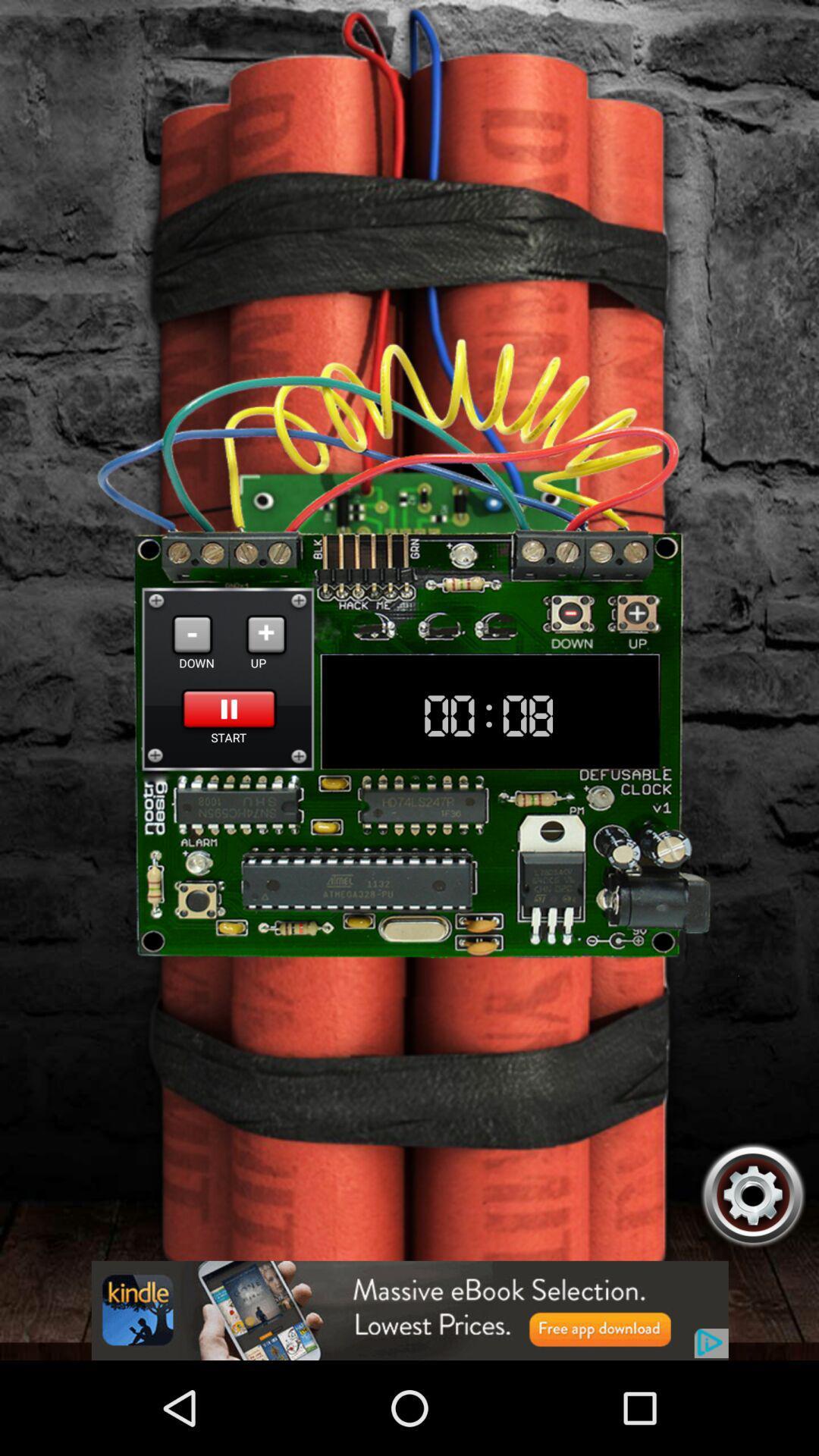 The height and width of the screenshot is (1456, 819). Describe the element at coordinates (229, 762) in the screenshot. I see `the pause icon` at that location.